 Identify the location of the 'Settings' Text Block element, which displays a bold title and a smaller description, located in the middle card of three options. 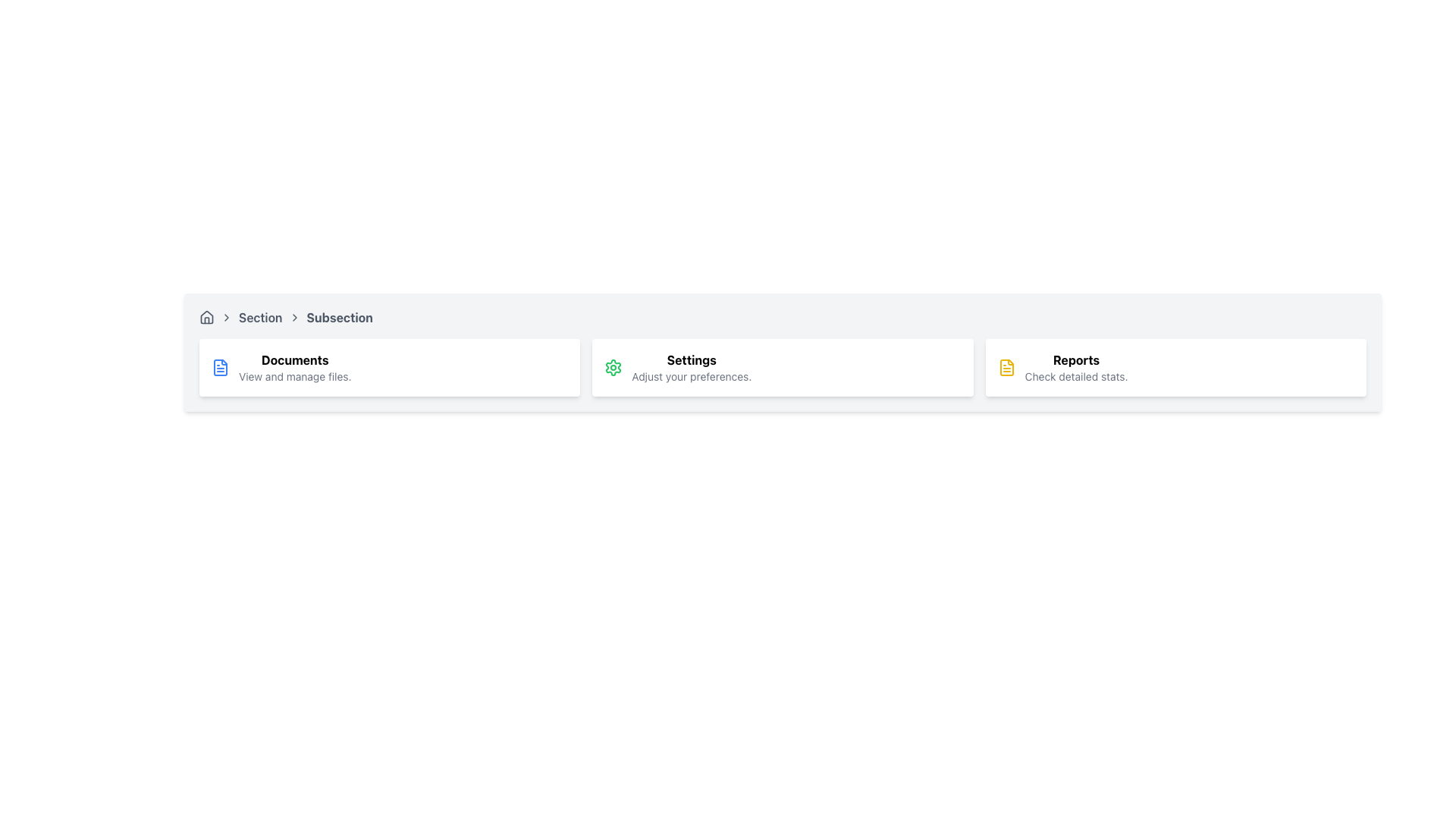
(691, 368).